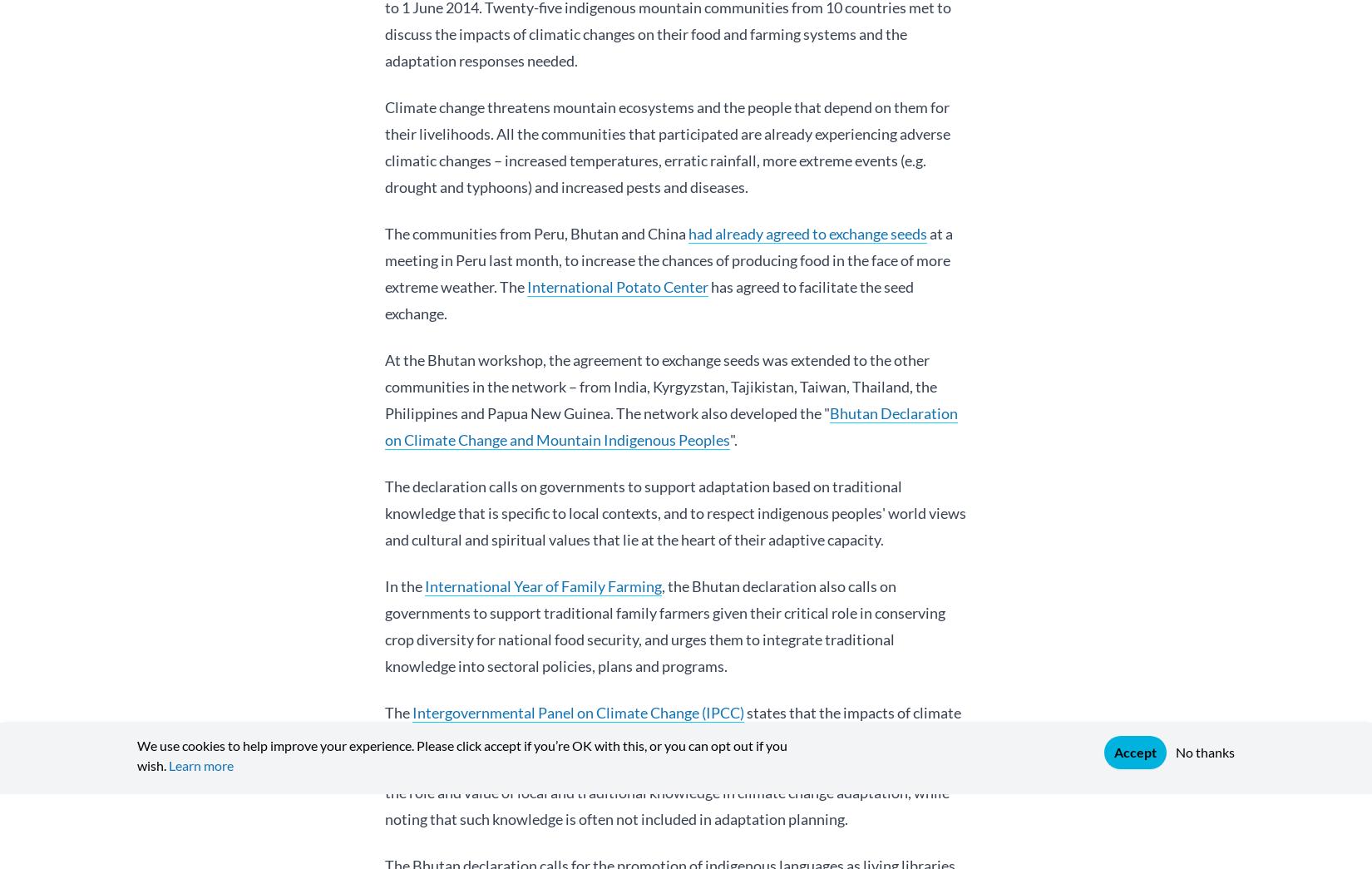  I want to click on 'Learn more', so click(201, 765).